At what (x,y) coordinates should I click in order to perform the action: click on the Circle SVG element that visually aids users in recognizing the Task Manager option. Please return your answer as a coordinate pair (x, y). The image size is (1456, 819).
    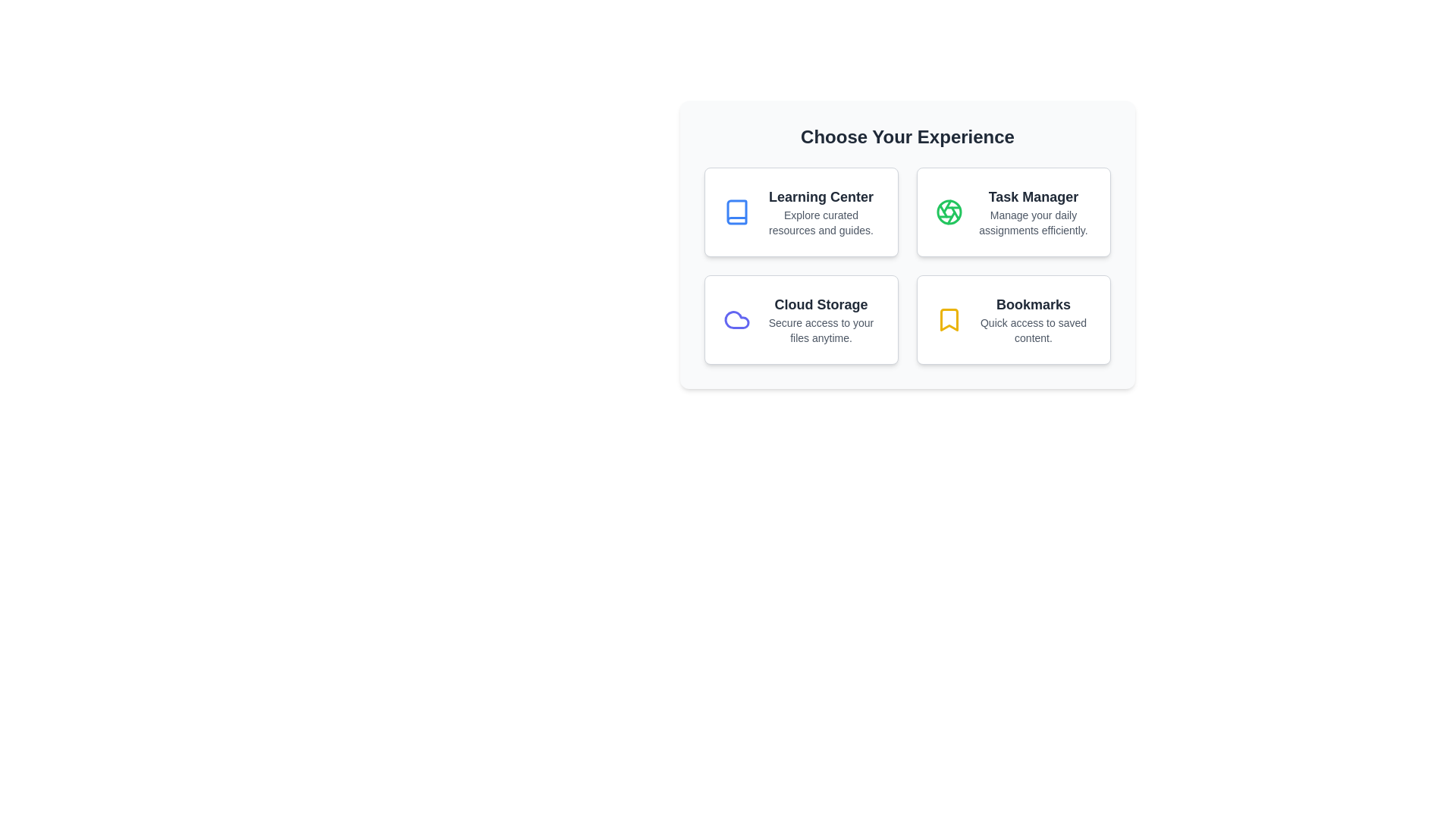
    Looking at the image, I should click on (949, 212).